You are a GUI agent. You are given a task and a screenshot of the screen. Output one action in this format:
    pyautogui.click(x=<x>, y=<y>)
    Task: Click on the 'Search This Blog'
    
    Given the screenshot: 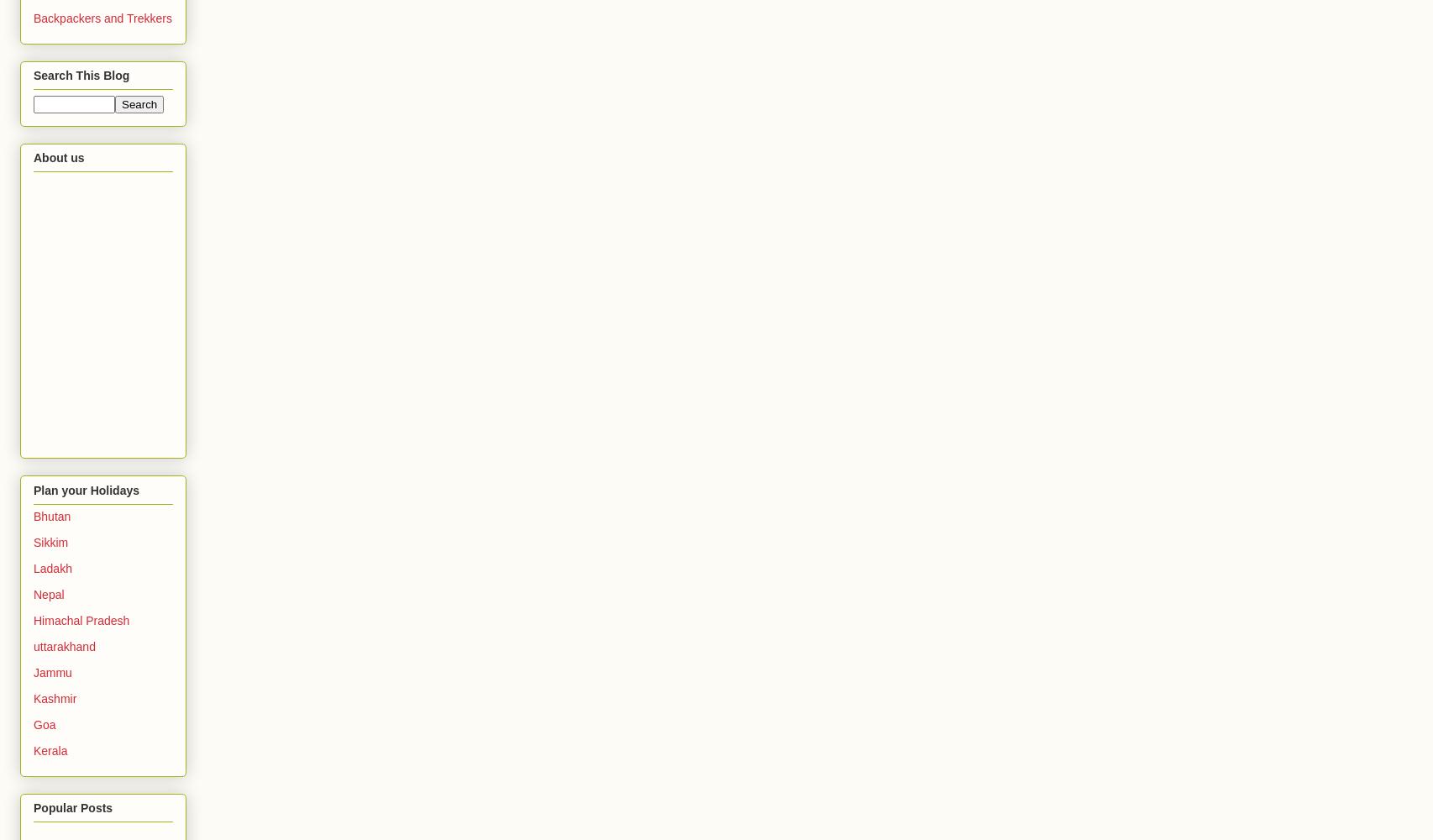 What is the action you would take?
    pyautogui.click(x=33, y=75)
    